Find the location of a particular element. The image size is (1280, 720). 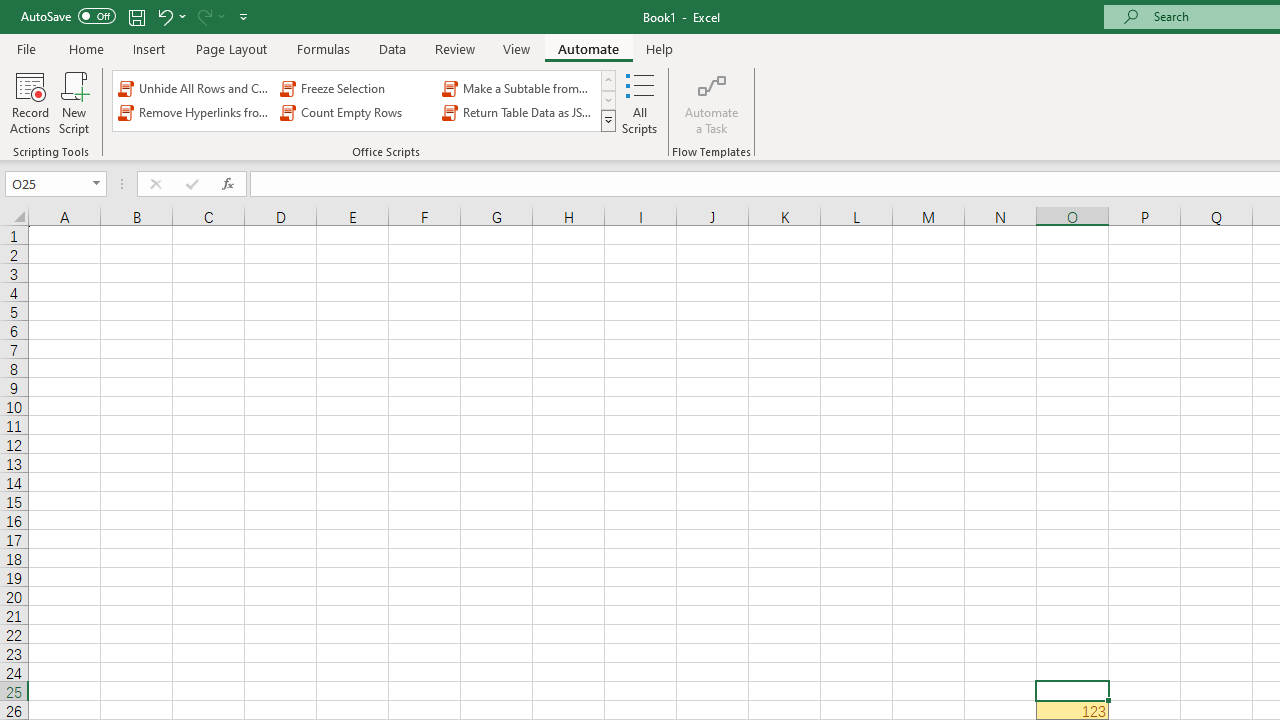

'Freeze Selection' is located at coordinates (357, 87).